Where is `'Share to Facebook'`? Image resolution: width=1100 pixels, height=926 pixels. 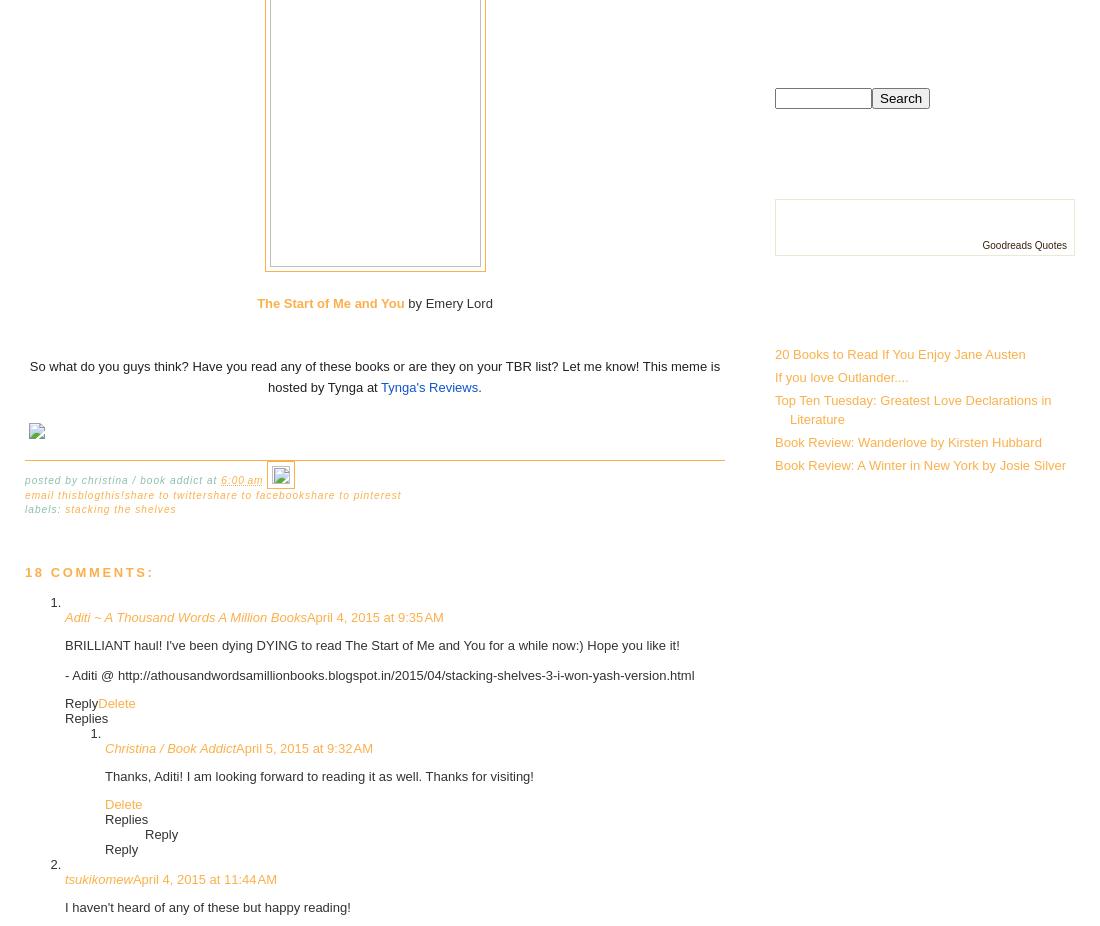
'Share to Facebook' is located at coordinates (207, 493).